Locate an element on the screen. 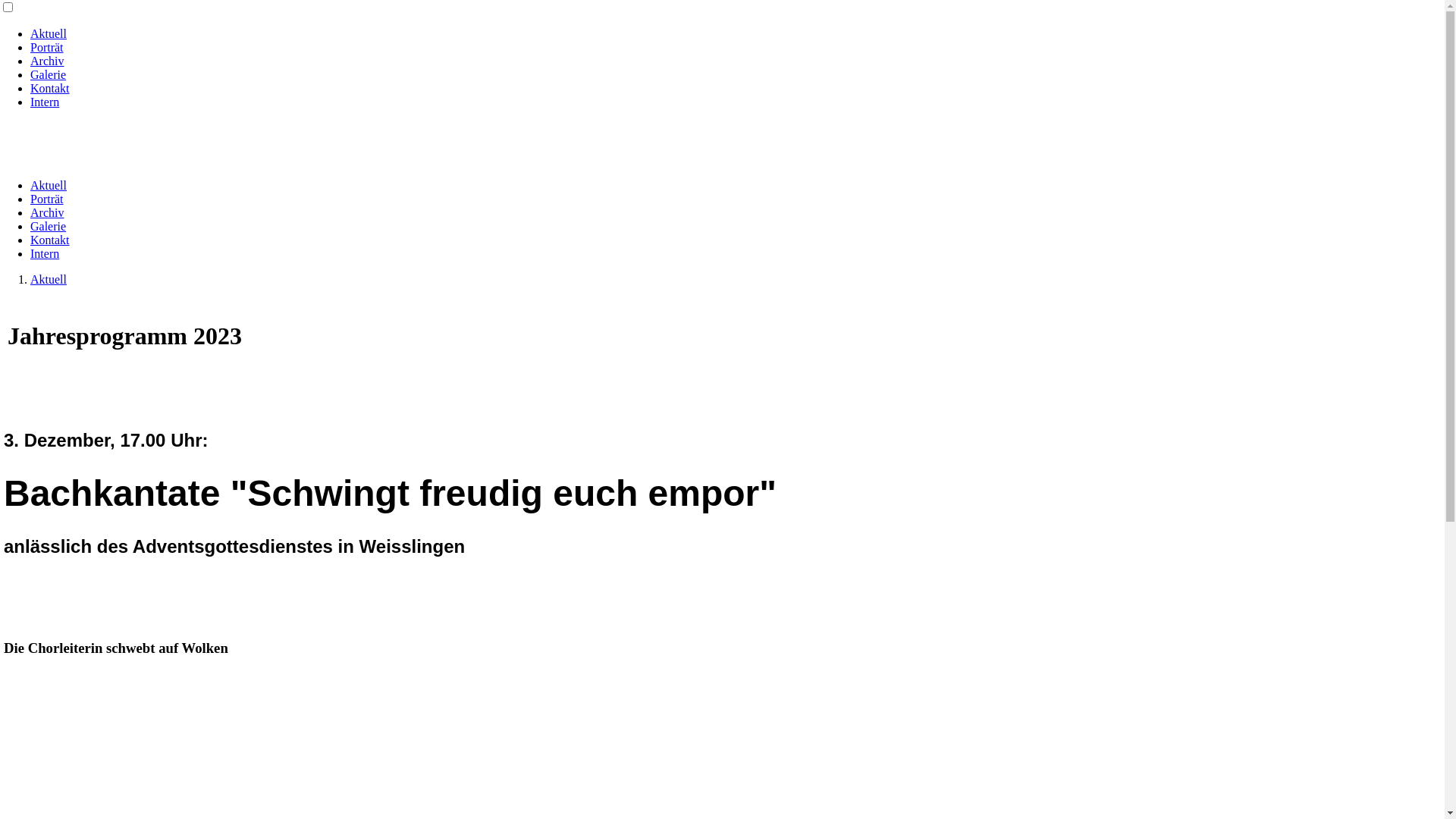 Image resolution: width=1456 pixels, height=819 pixels. 'Archiv' is located at coordinates (47, 212).